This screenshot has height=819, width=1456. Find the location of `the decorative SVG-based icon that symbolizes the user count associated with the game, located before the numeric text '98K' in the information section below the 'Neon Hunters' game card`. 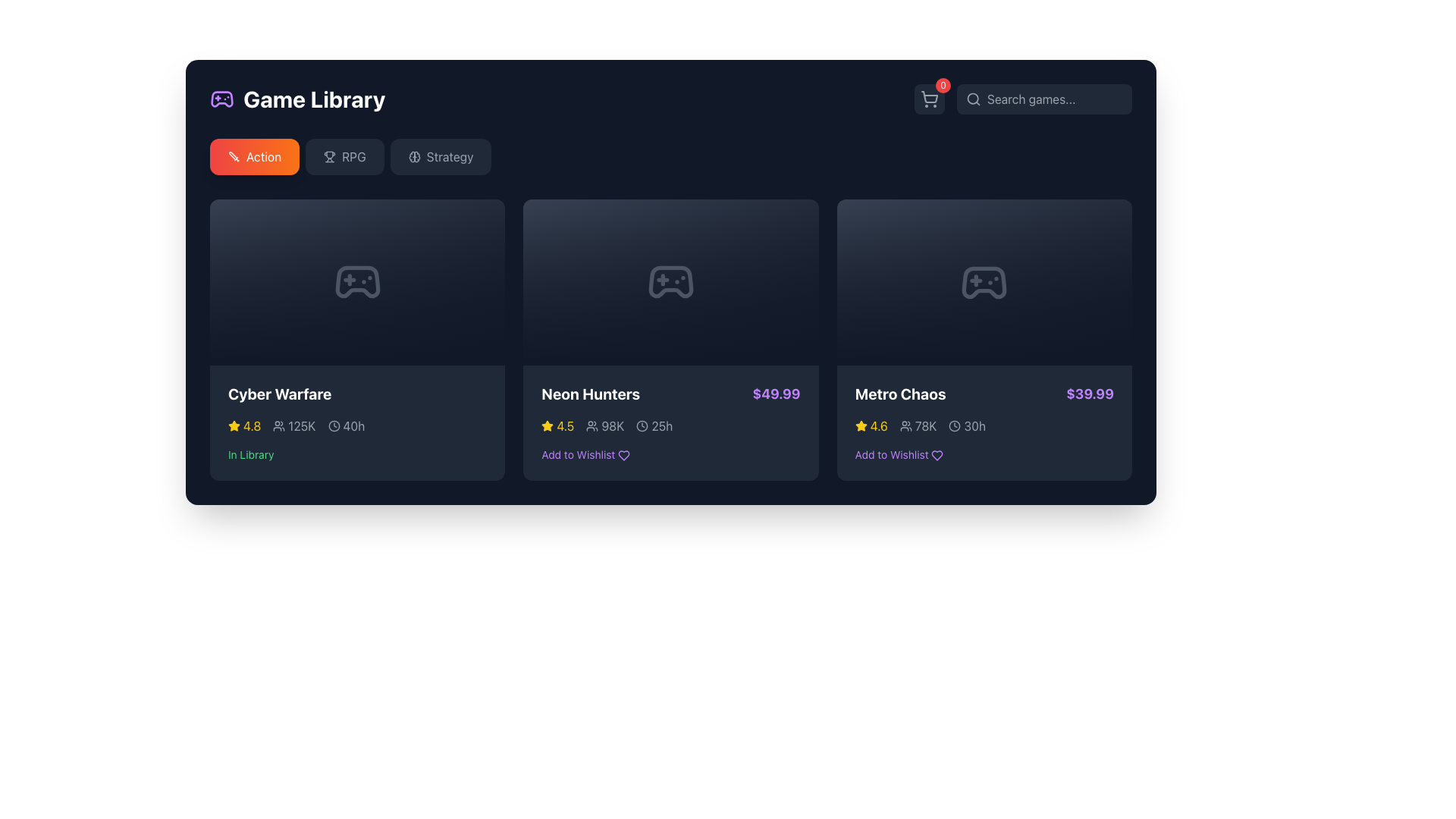

the decorative SVG-based icon that symbolizes the user count associated with the game, located before the numeric text '98K' in the information section below the 'Neon Hunters' game card is located at coordinates (591, 426).